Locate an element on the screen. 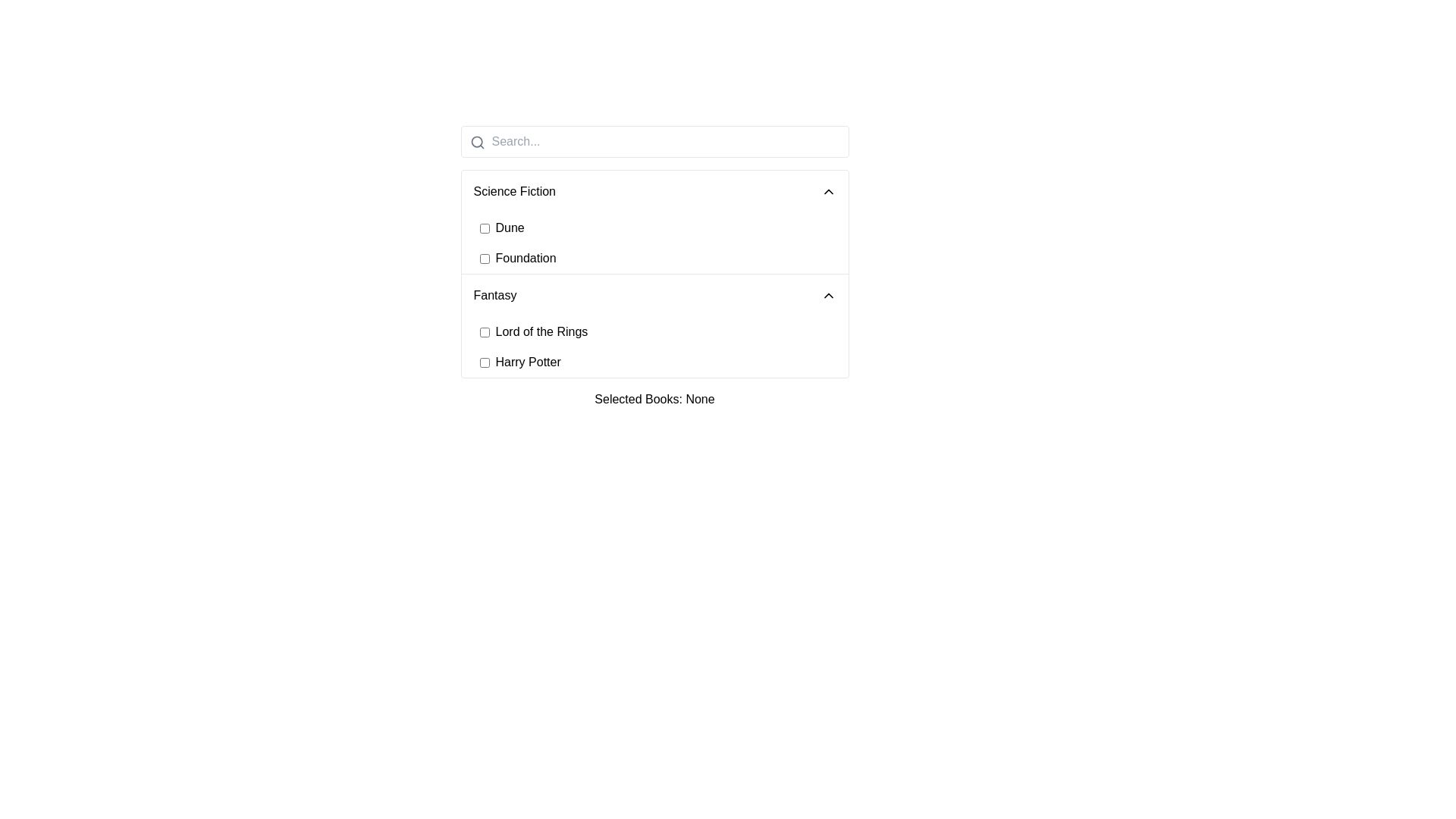 The image size is (1456, 819). the checkbox for the 'Dune' option in the 'Science Fiction' category is located at coordinates (483, 227).